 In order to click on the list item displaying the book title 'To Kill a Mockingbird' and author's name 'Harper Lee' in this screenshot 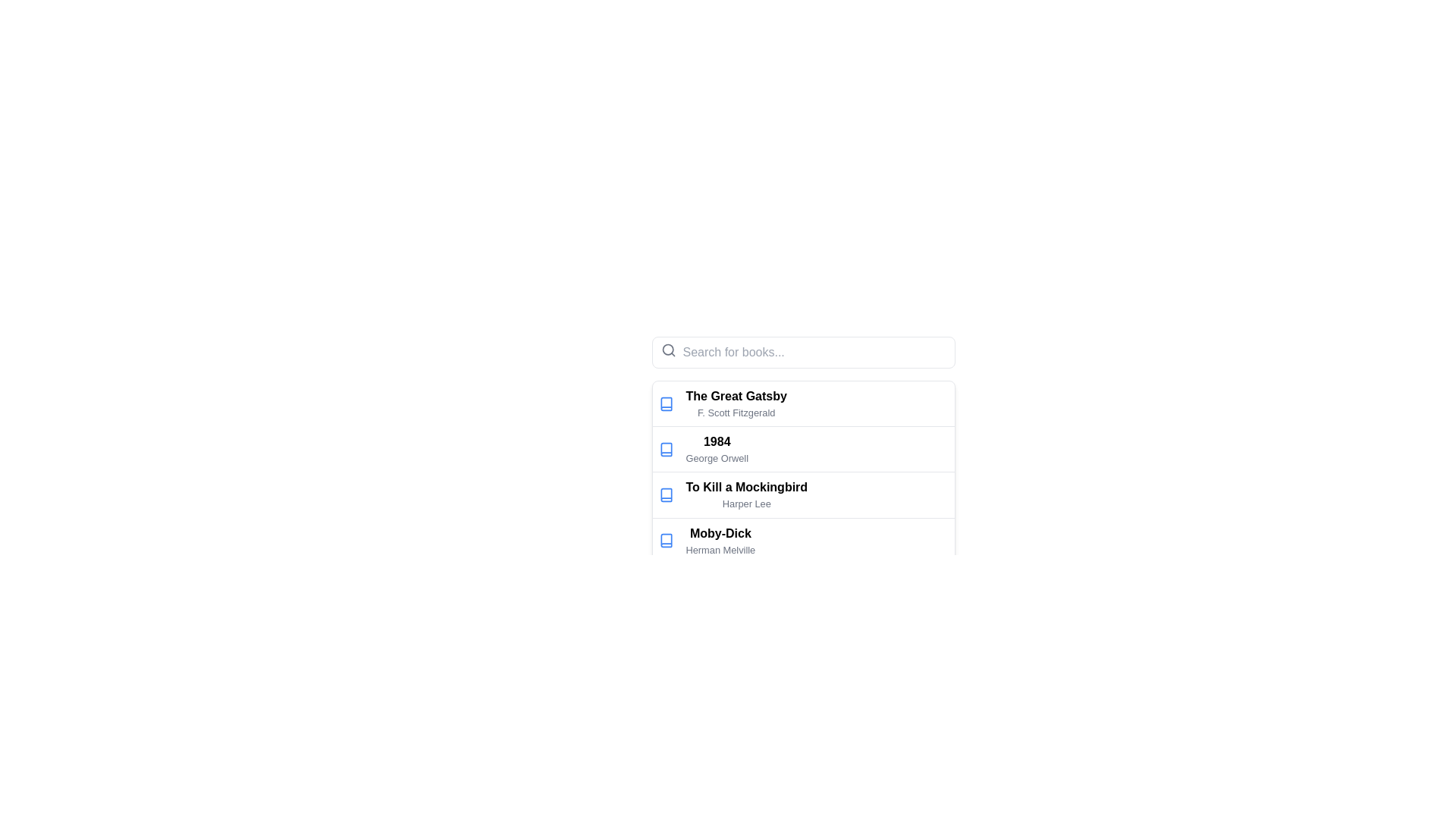, I will do `click(802, 494)`.